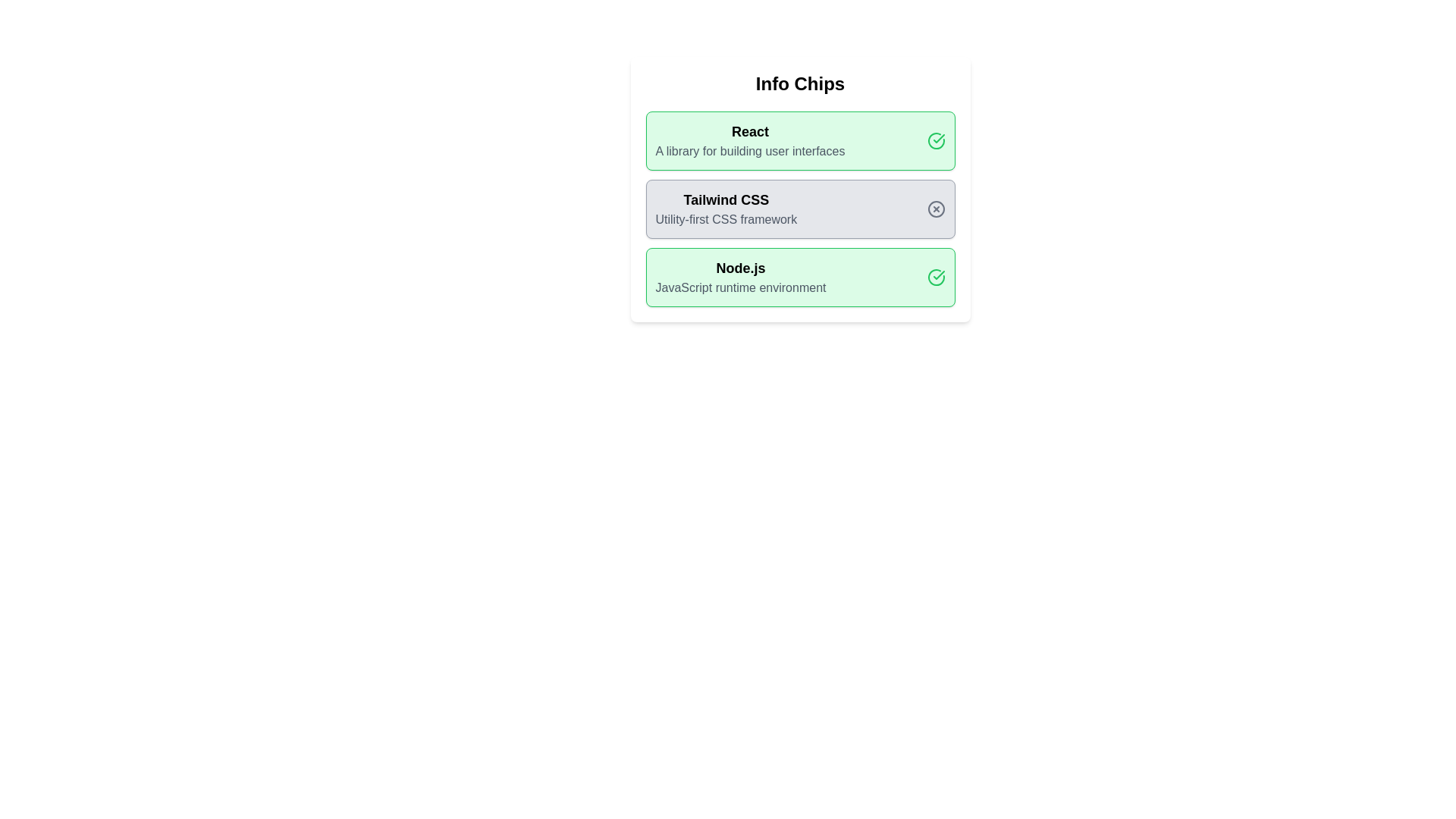 This screenshot has height=819, width=1456. What do you see at coordinates (799, 140) in the screenshot?
I see `the chip labeled React` at bounding box center [799, 140].